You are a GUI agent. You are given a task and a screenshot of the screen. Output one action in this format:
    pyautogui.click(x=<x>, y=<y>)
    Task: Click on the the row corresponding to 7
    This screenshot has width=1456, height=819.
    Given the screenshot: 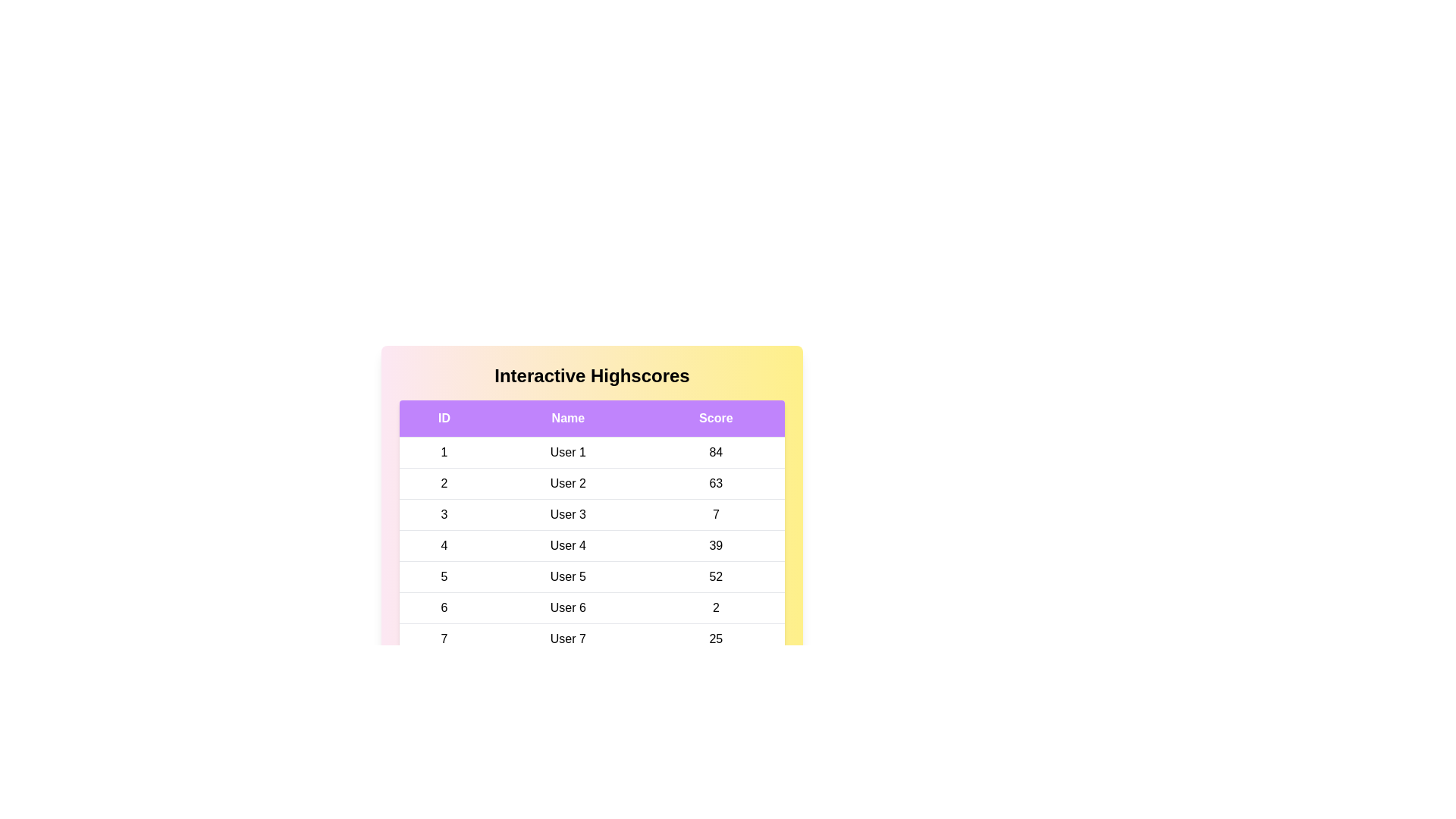 What is the action you would take?
    pyautogui.click(x=591, y=639)
    